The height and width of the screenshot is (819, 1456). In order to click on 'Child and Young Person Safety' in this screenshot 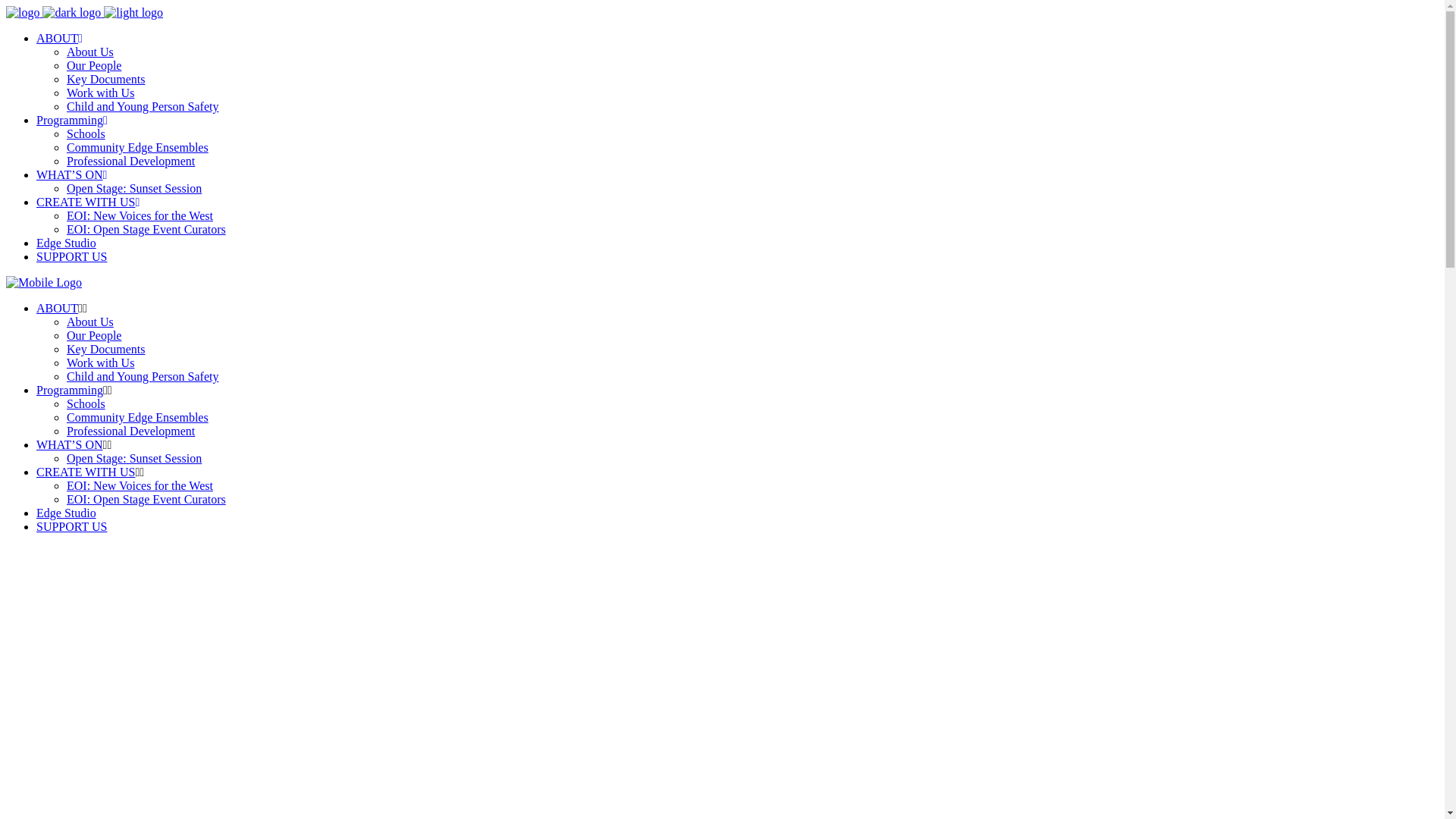, I will do `click(65, 105)`.